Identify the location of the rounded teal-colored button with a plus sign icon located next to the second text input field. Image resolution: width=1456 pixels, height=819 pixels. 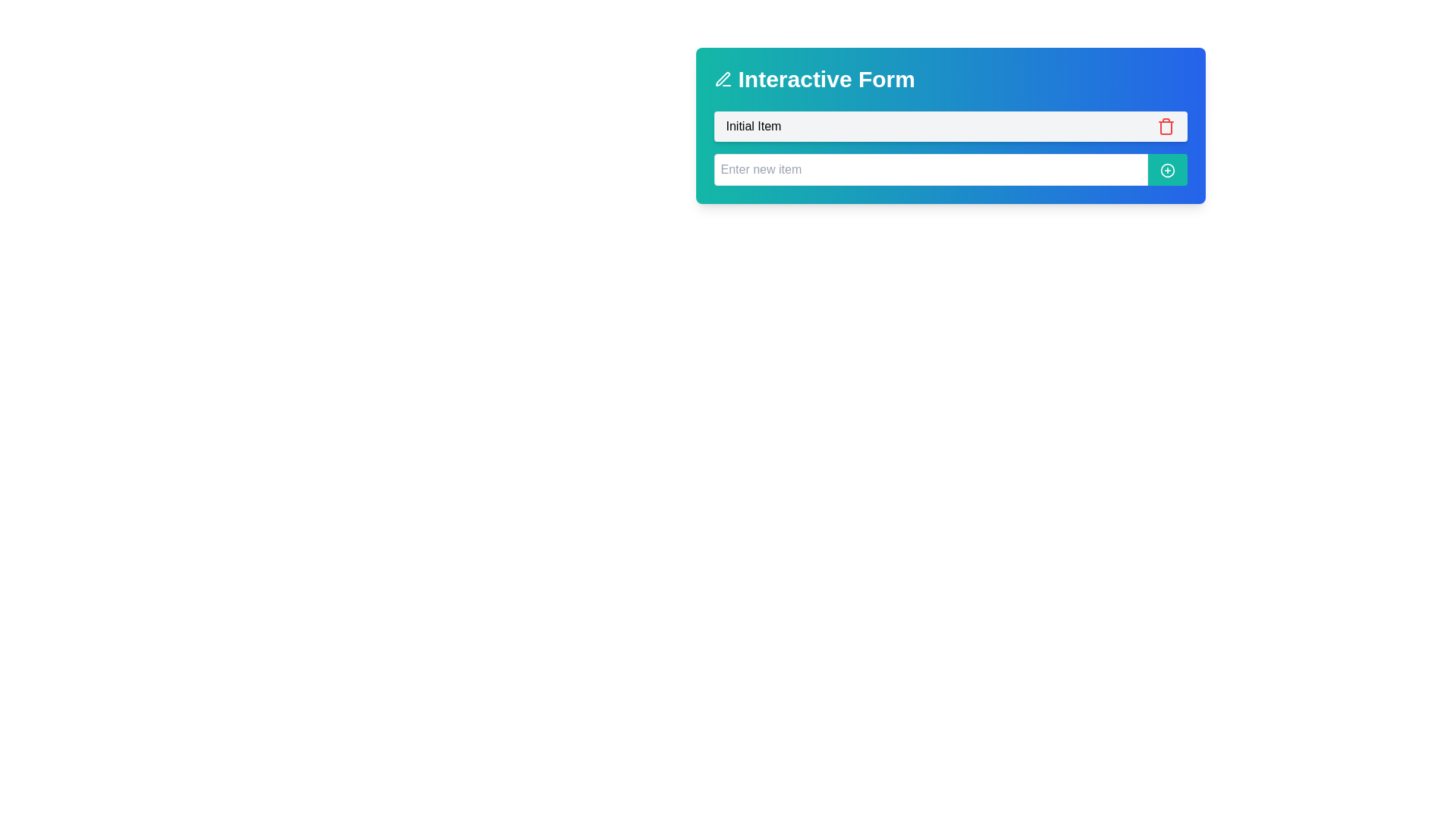
(1166, 169).